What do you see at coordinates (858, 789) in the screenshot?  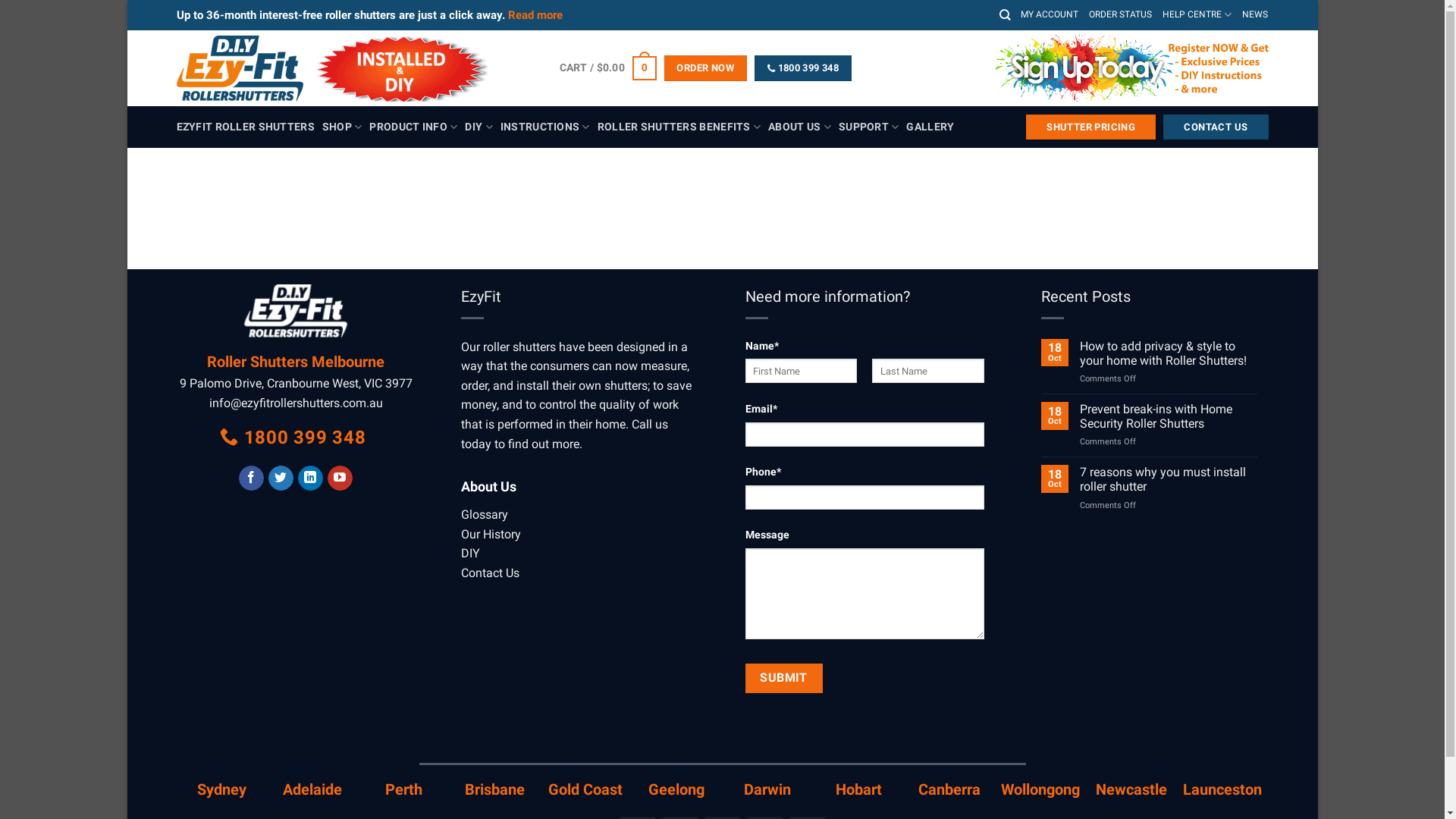 I see `'Hobart'` at bounding box center [858, 789].